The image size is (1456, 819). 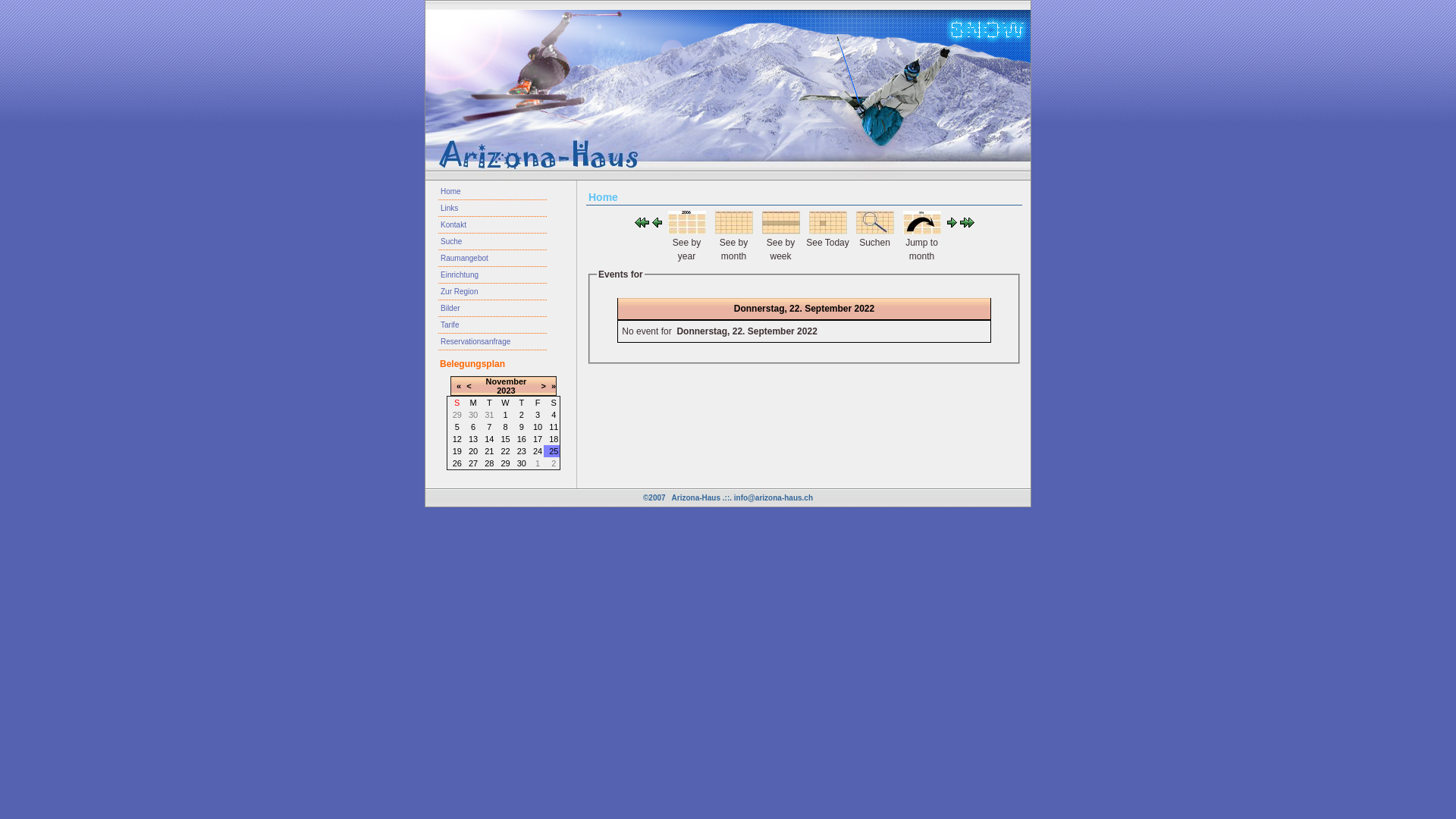 I want to click on 'Links', so click(x=492, y=208).